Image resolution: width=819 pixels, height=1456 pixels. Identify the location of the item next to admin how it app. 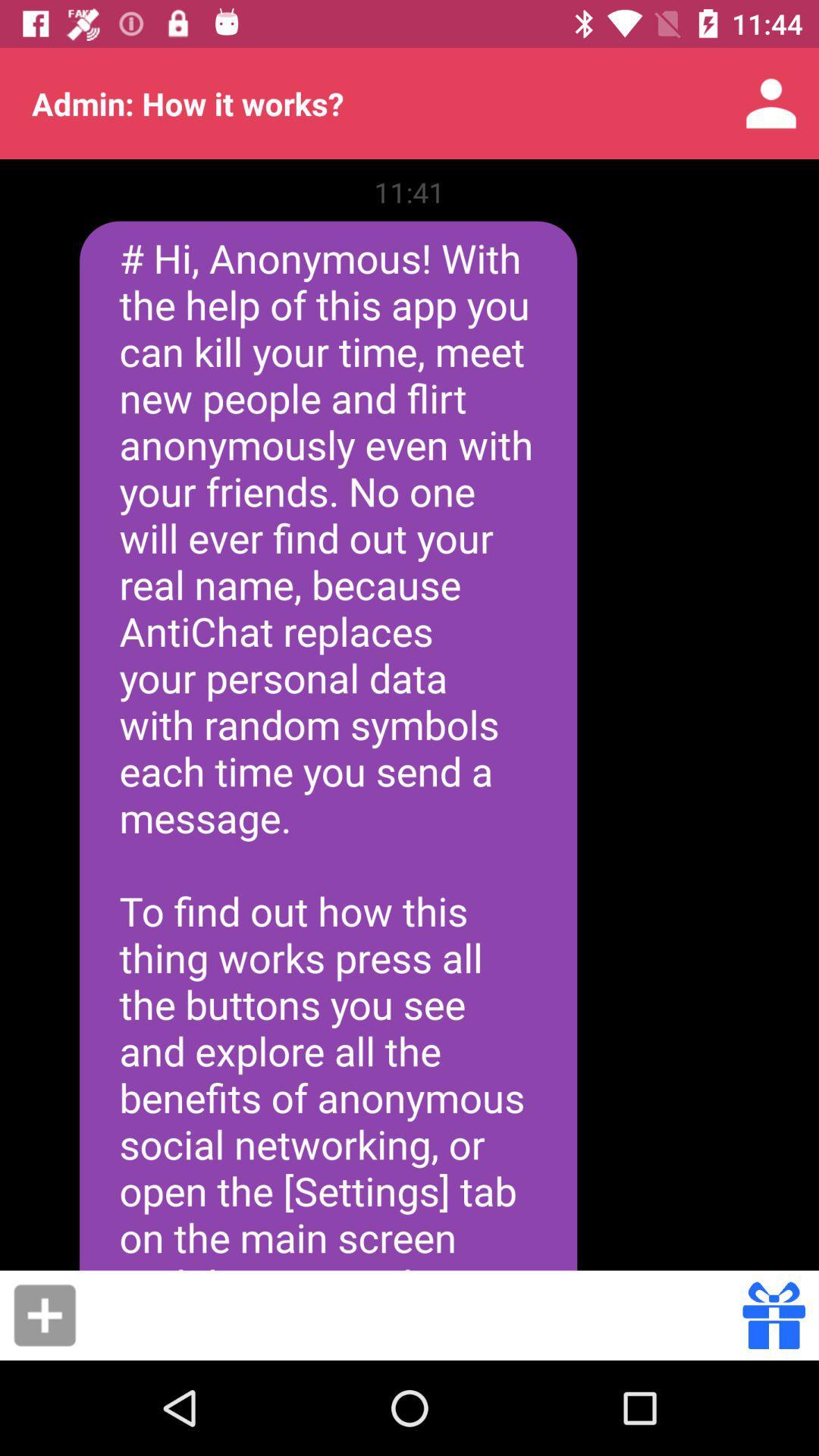
(771, 102).